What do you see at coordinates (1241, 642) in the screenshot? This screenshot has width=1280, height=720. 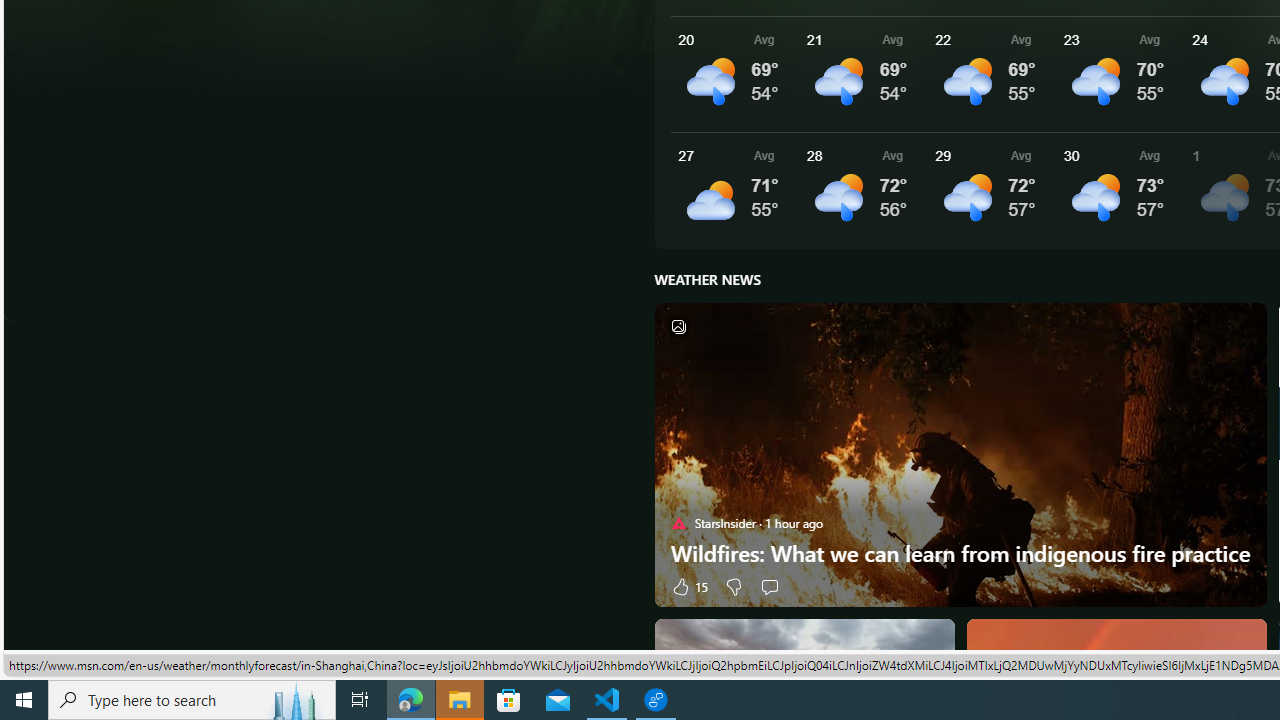 I see `'See more'` at bounding box center [1241, 642].